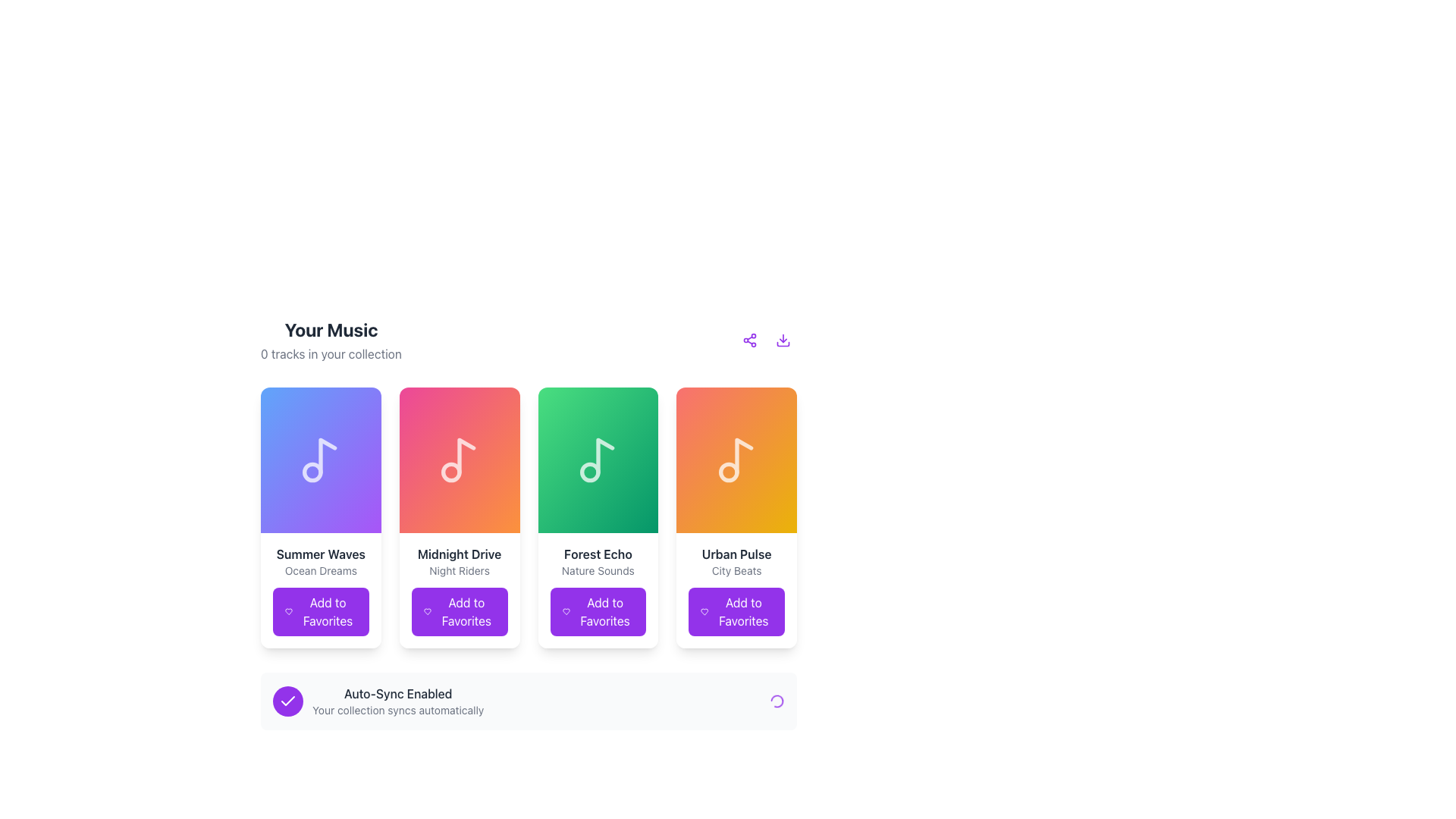  I want to click on the 'Add to Favorites' button on the fourth Interactive Card located in the bottom-right corner of the grid, so click(736, 516).